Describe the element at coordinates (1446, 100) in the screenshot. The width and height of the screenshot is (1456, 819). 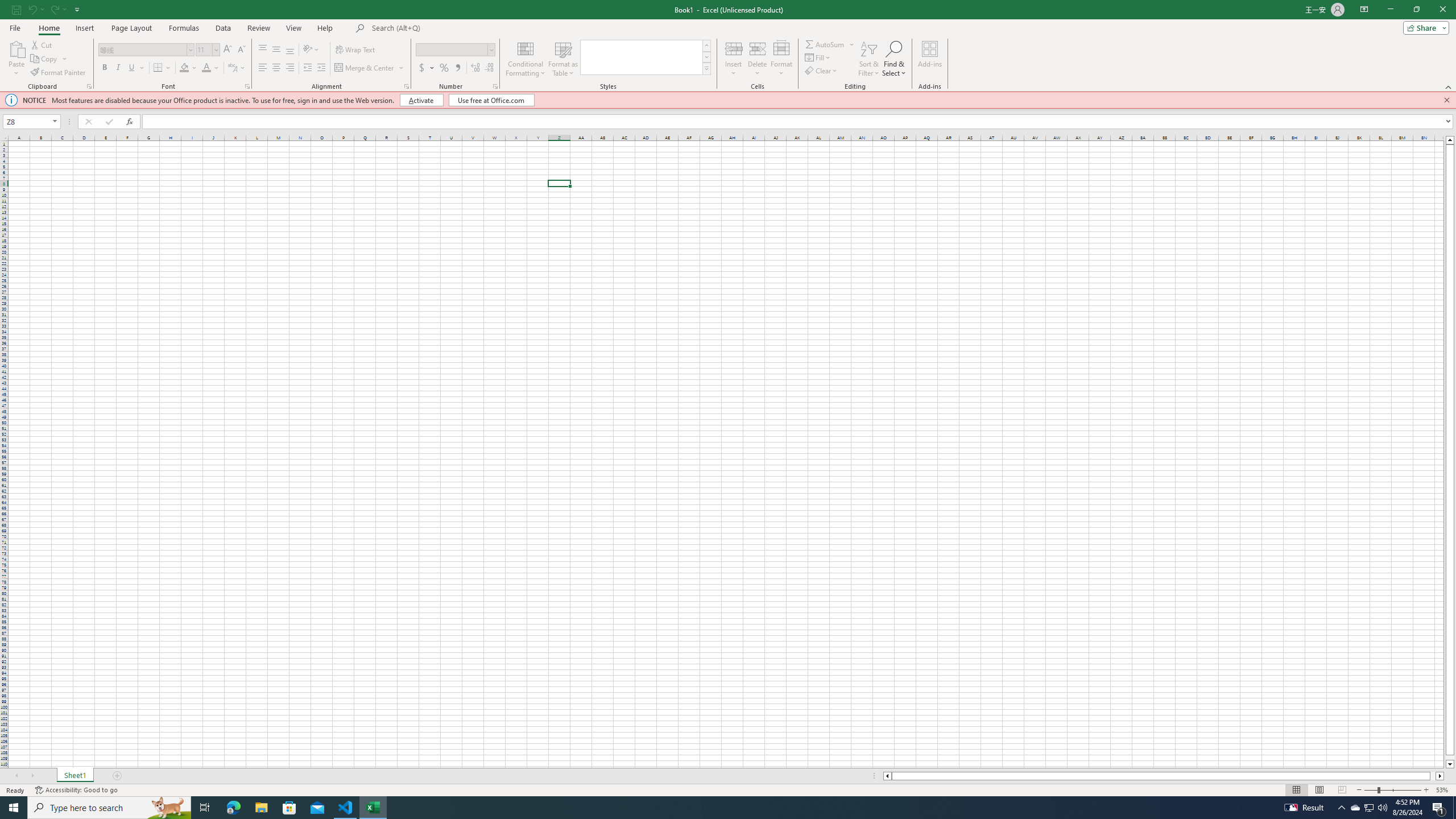
I see `'Close this message'` at that location.